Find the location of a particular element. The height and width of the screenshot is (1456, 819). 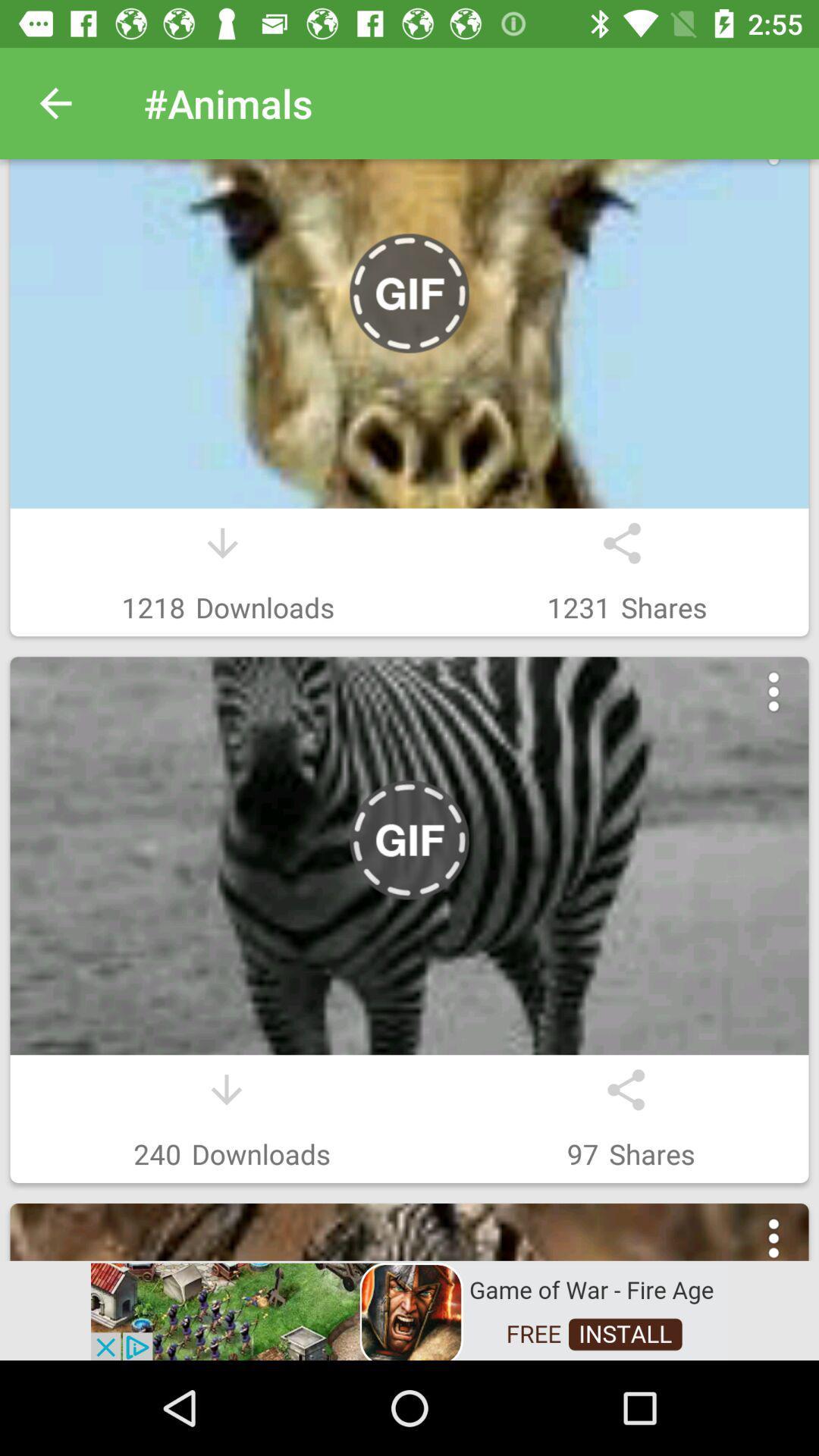

the gif which has the picture of zebra is located at coordinates (409, 855).